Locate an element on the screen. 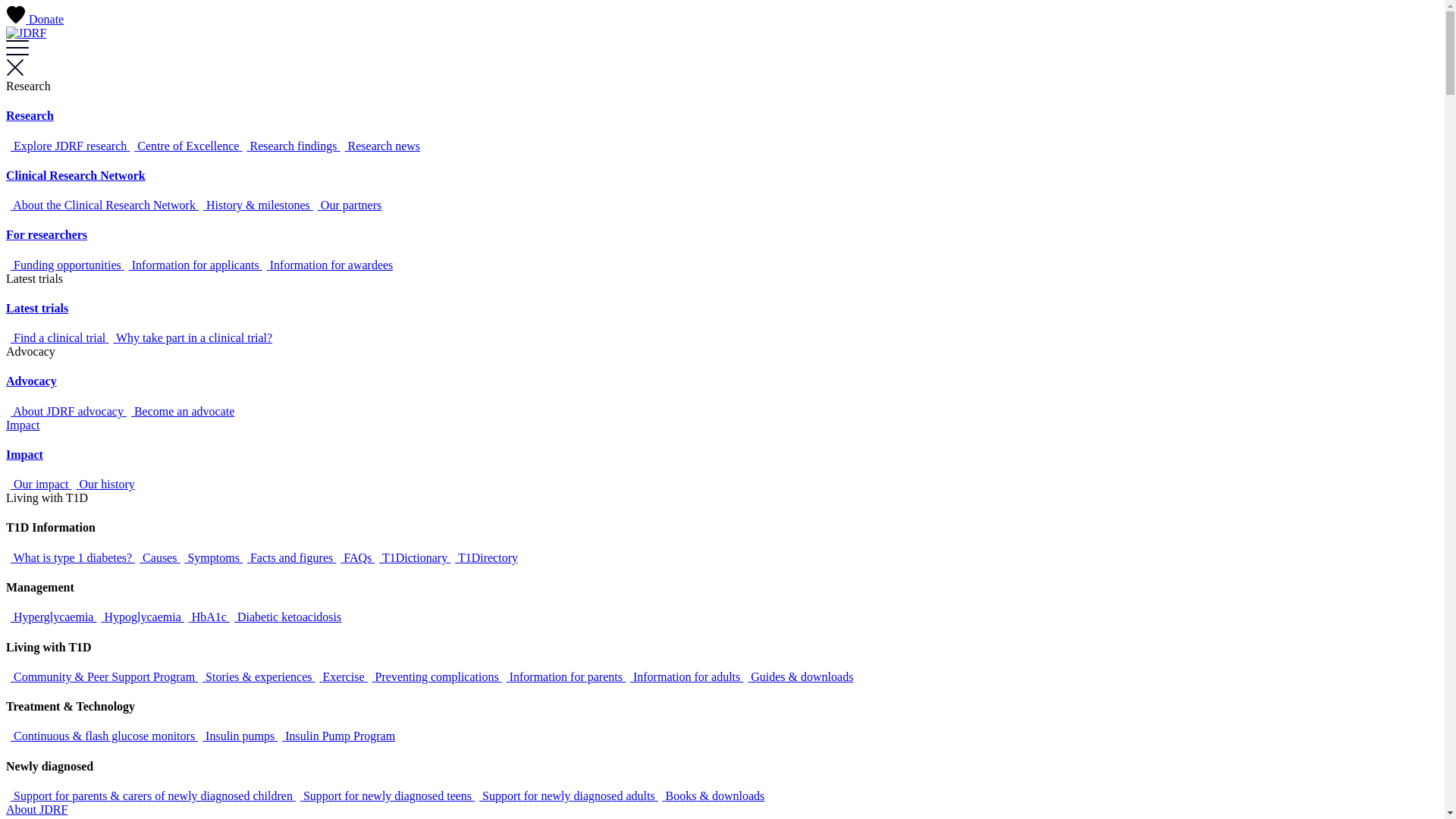  'Research' is located at coordinates (30, 115).